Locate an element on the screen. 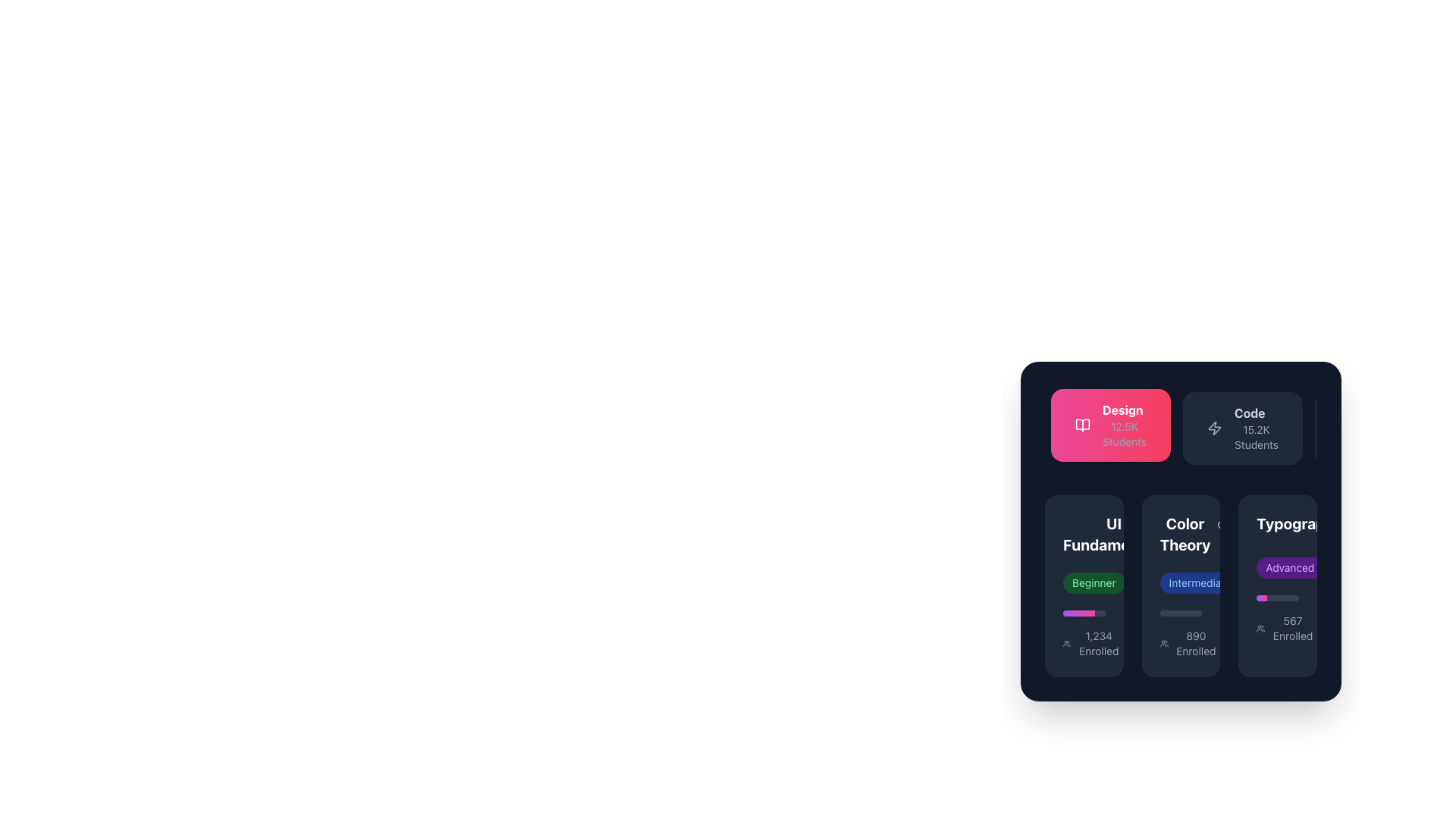  the informational label displaying '1h 45m', which indicates the duration of 1 hour and 45 minutes, aligned to the right of the clock icon in the 'Typography' section of the card is located at coordinates (1276, 582).